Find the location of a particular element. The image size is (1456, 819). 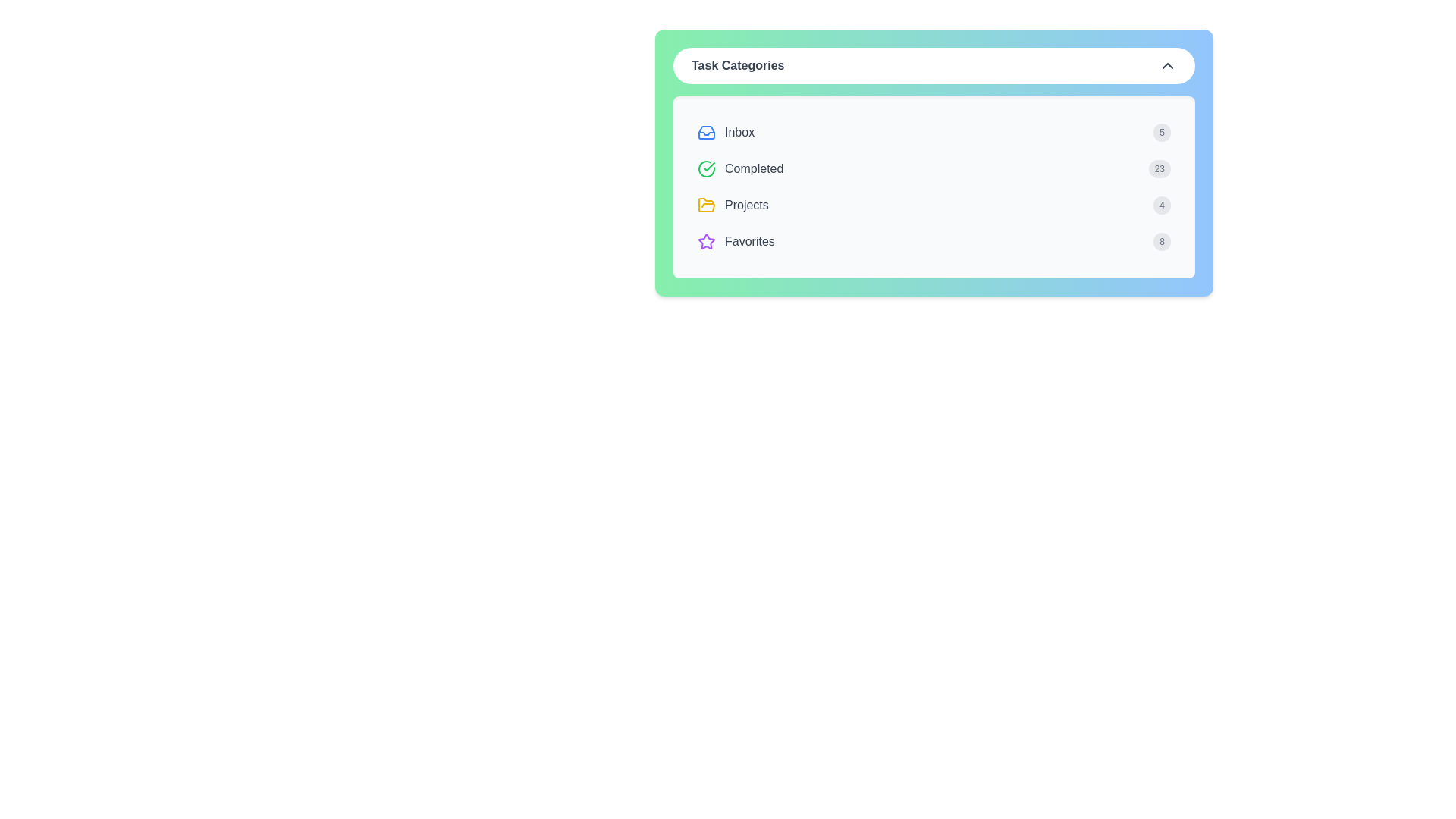

the chevron icon button located at the far-right end of the header bar titled 'Task Categories,' adjacent to the text label to expand or collapse the associated task categories list is located at coordinates (1167, 65).